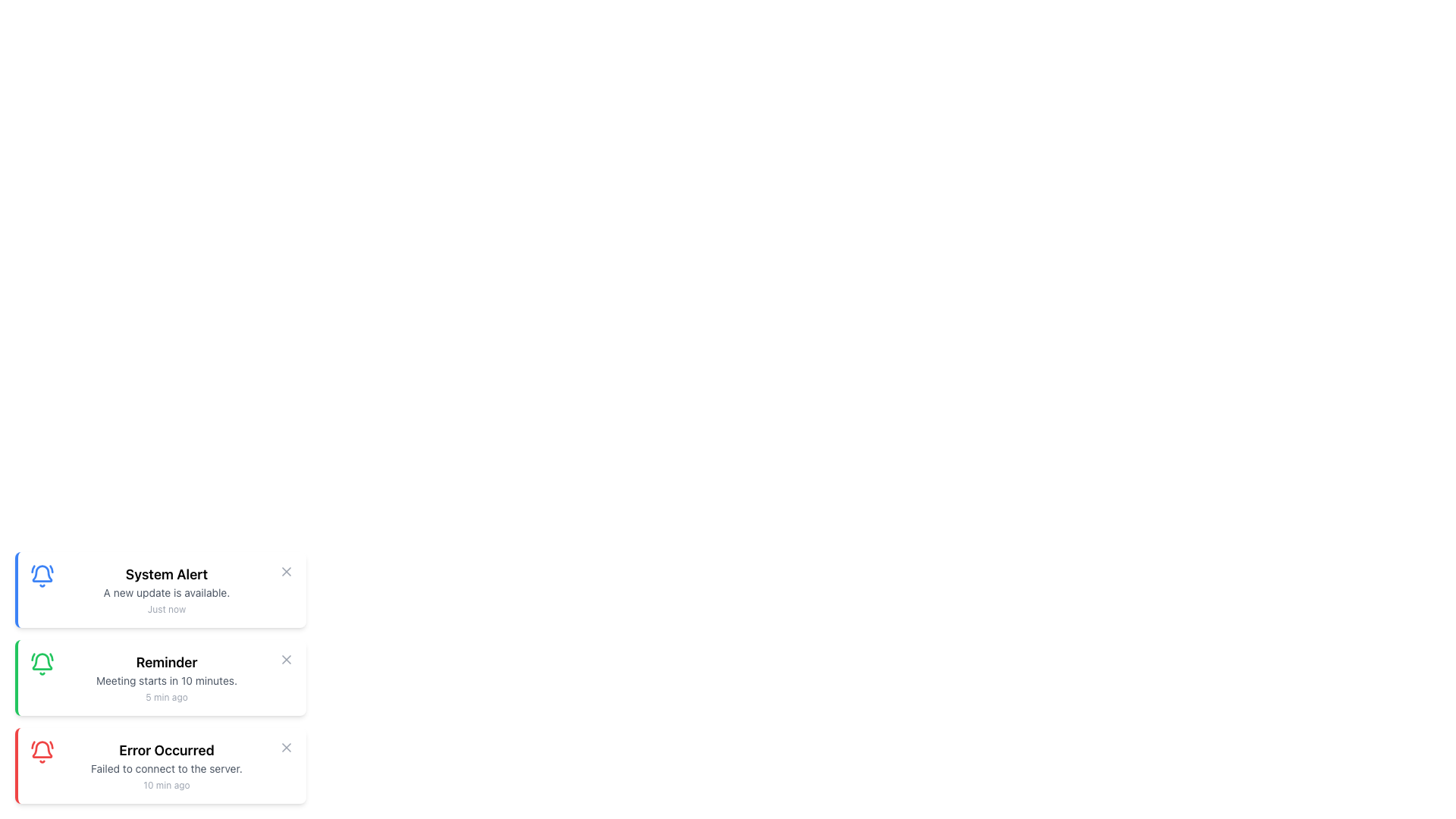 The height and width of the screenshot is (819, 1456). Describe the element at coordinates (167, 592) in the screenshot. I see `message content from the 'System Alert' notification label, which is centered under the header and above the footer in the notification card` at that location.